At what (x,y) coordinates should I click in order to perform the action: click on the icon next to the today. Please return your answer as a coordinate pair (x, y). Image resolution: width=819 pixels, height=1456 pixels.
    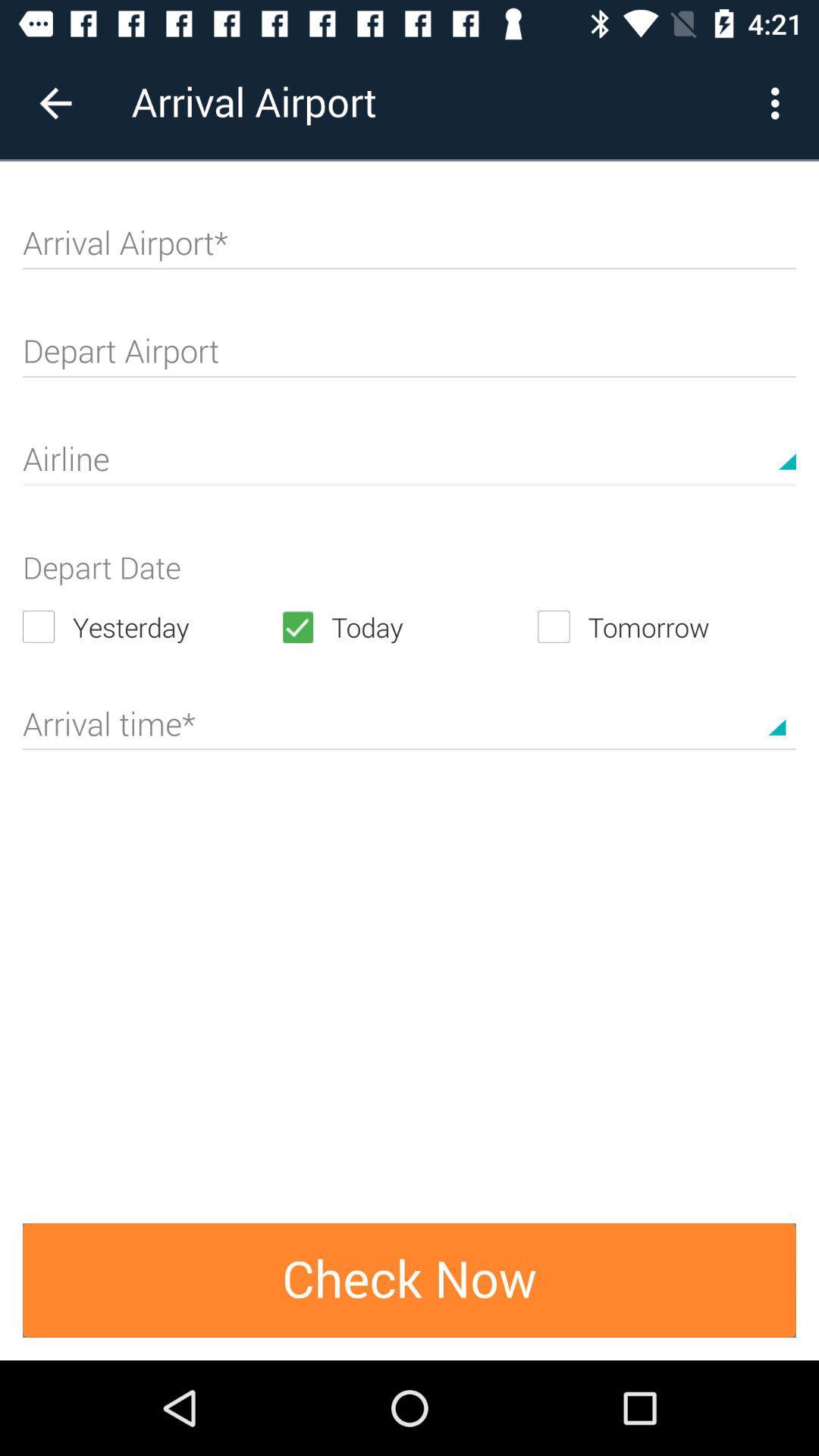
    Looking at the image, I should click on (666, 626).